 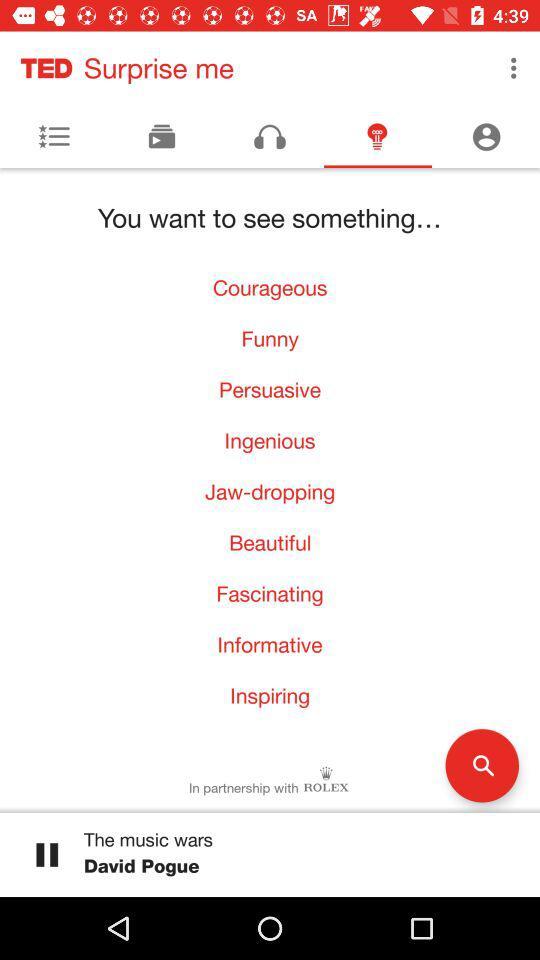 What do you see at coordinates (270, 388) in the screenshot?
I see `the icon below funny item` at bounding box center [270, 388].